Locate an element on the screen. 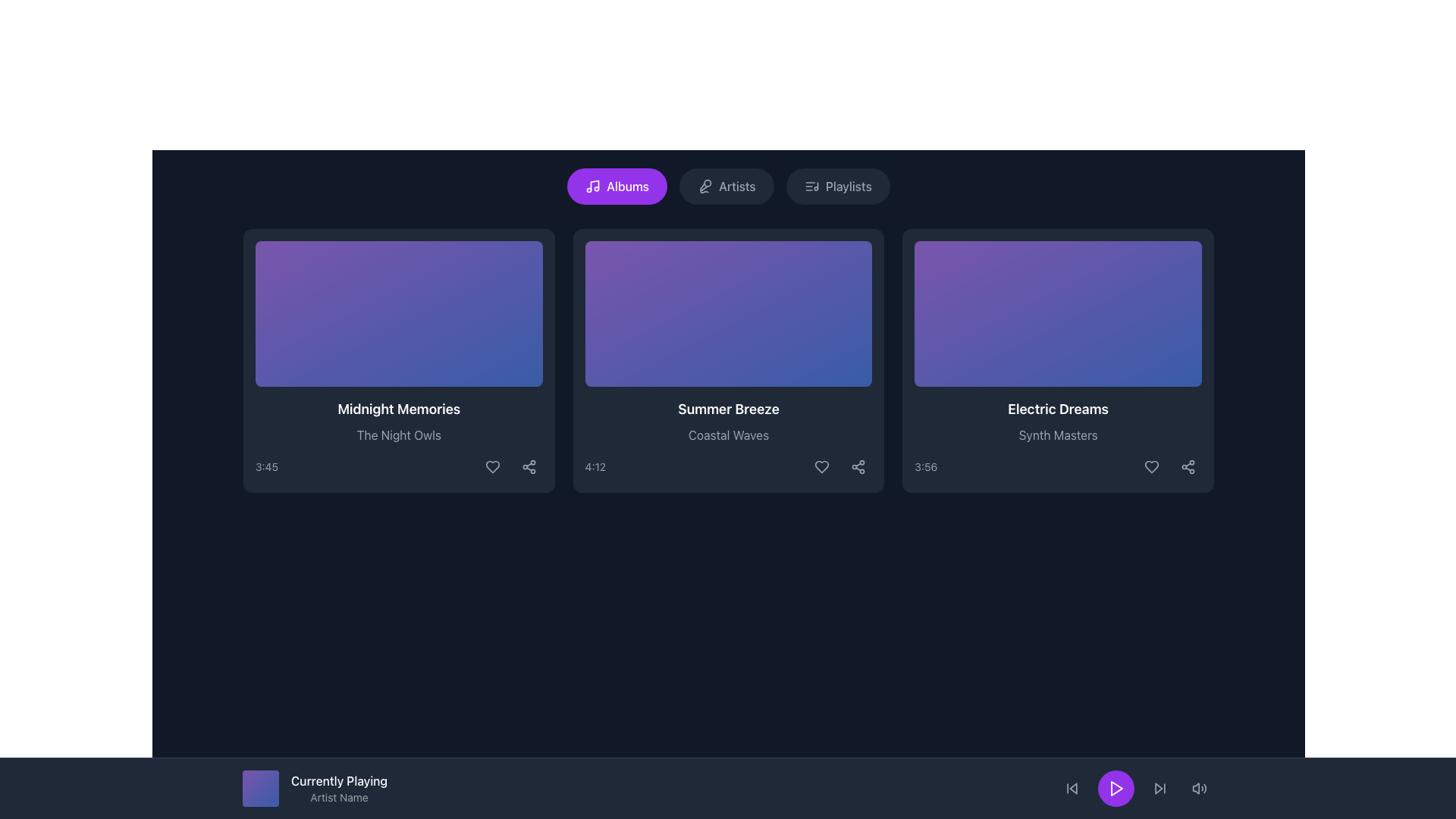 The height and width of the screenshot is (819, 1456). the favorite button located at the bottom right corner of the 'Electric Dreams' card is located at coordinates (1151, 466).